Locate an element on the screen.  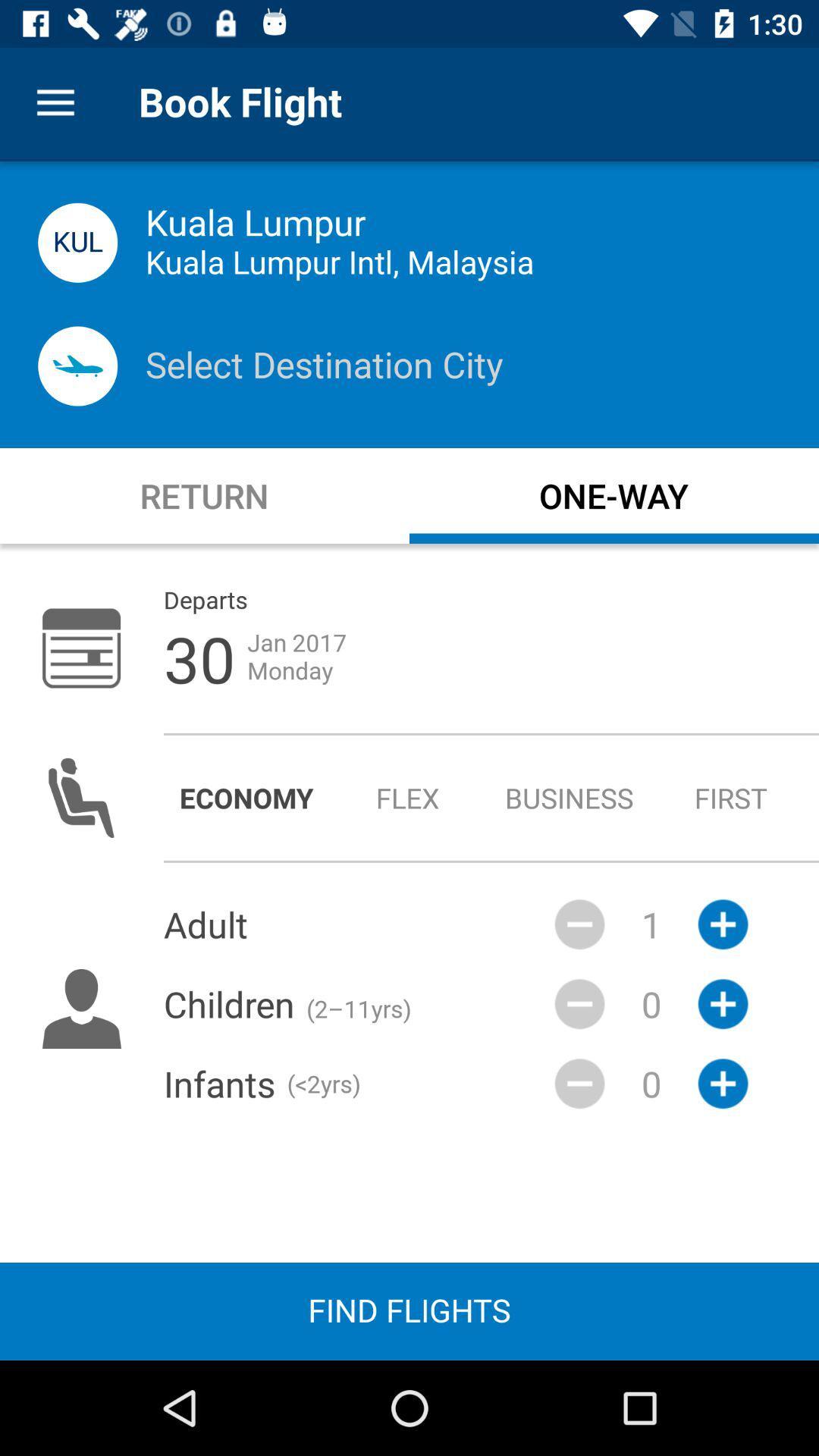
economy icon is located at coordinates (246, 797).